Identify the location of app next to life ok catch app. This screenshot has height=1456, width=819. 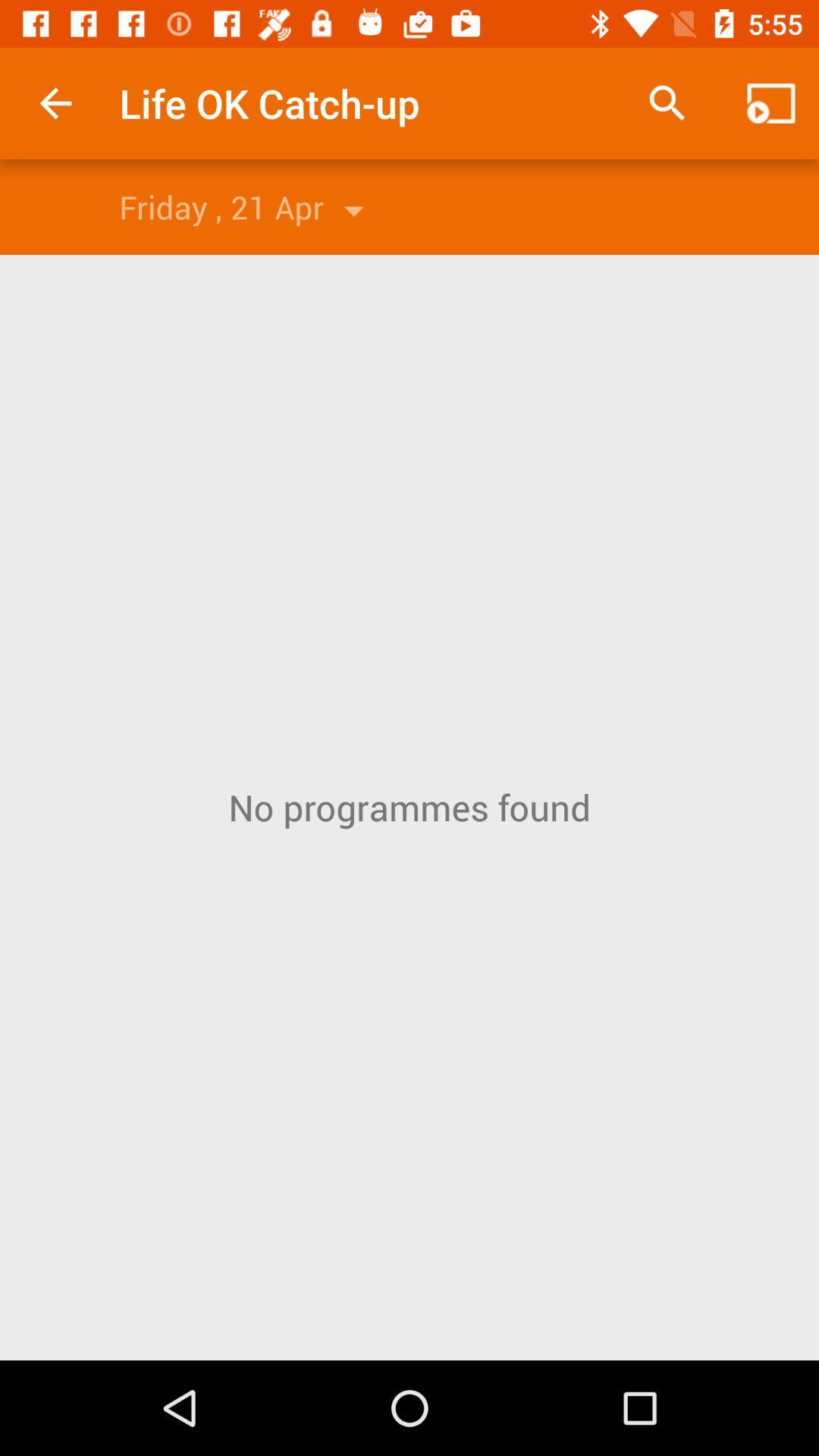
(55, 102).